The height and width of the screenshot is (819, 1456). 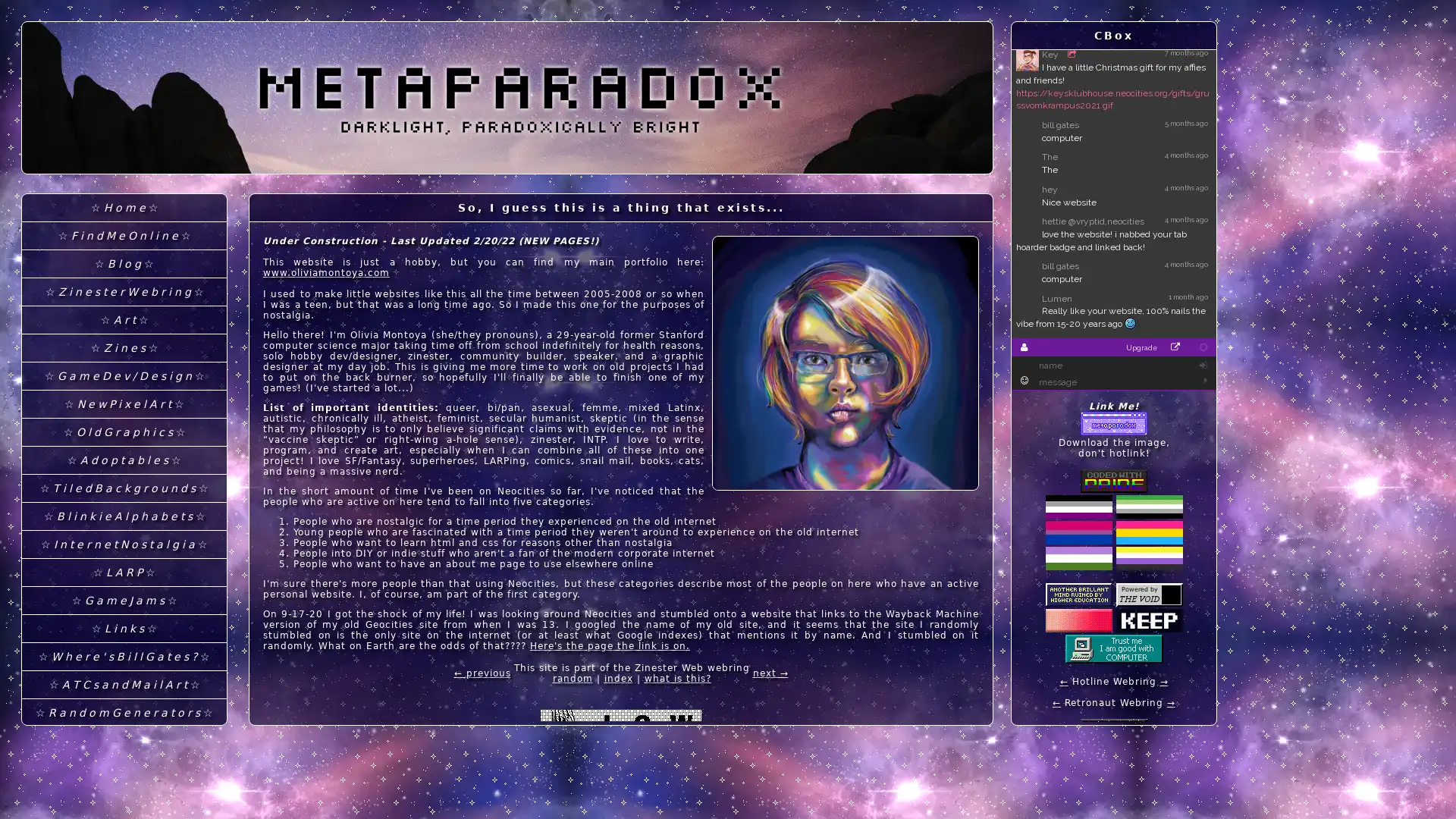 I want to click on L i n k s, so click(x=124, y=629).